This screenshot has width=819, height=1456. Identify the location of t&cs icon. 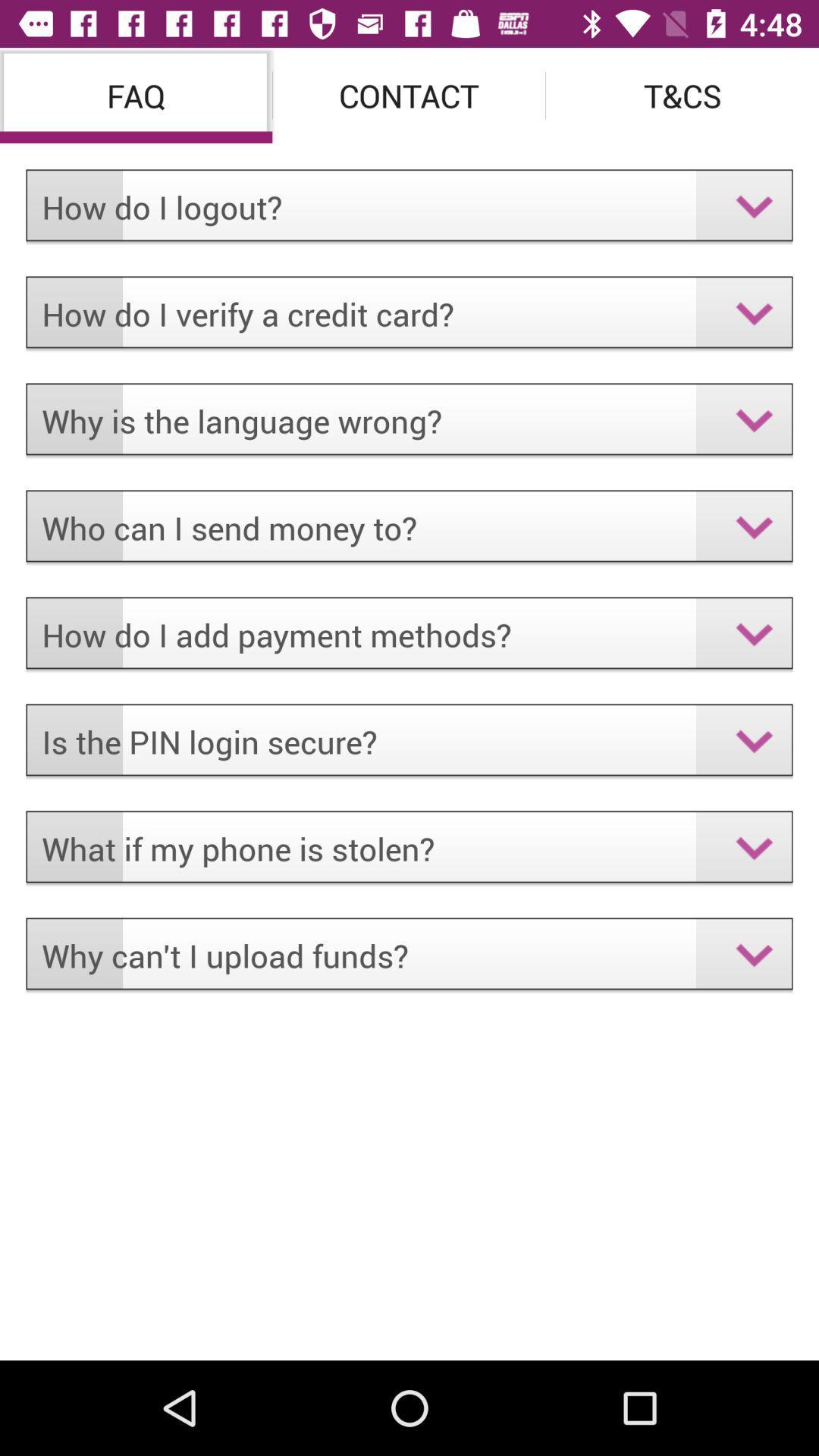
(681, 94).